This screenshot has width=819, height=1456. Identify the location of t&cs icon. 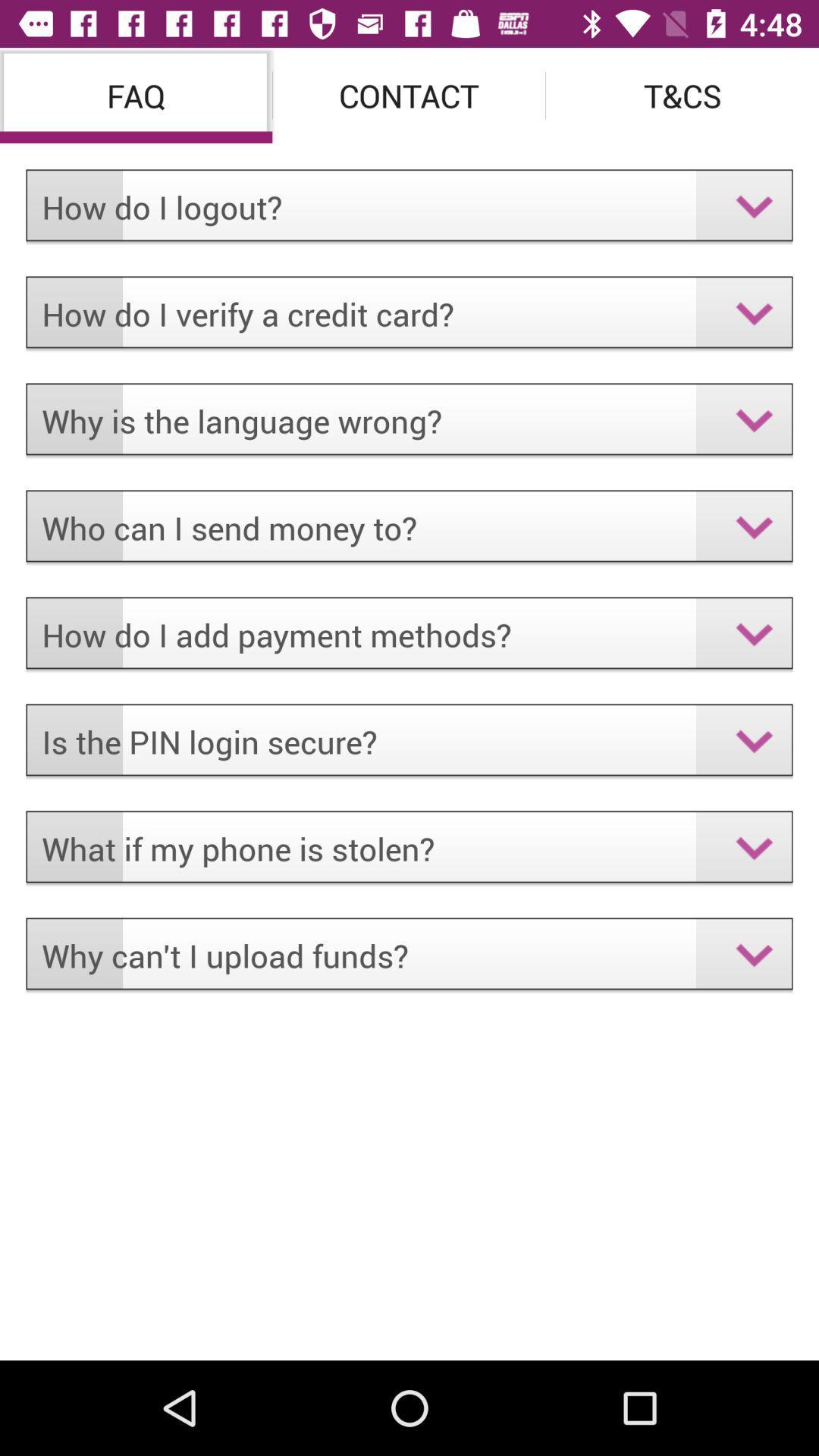
(681, 94).